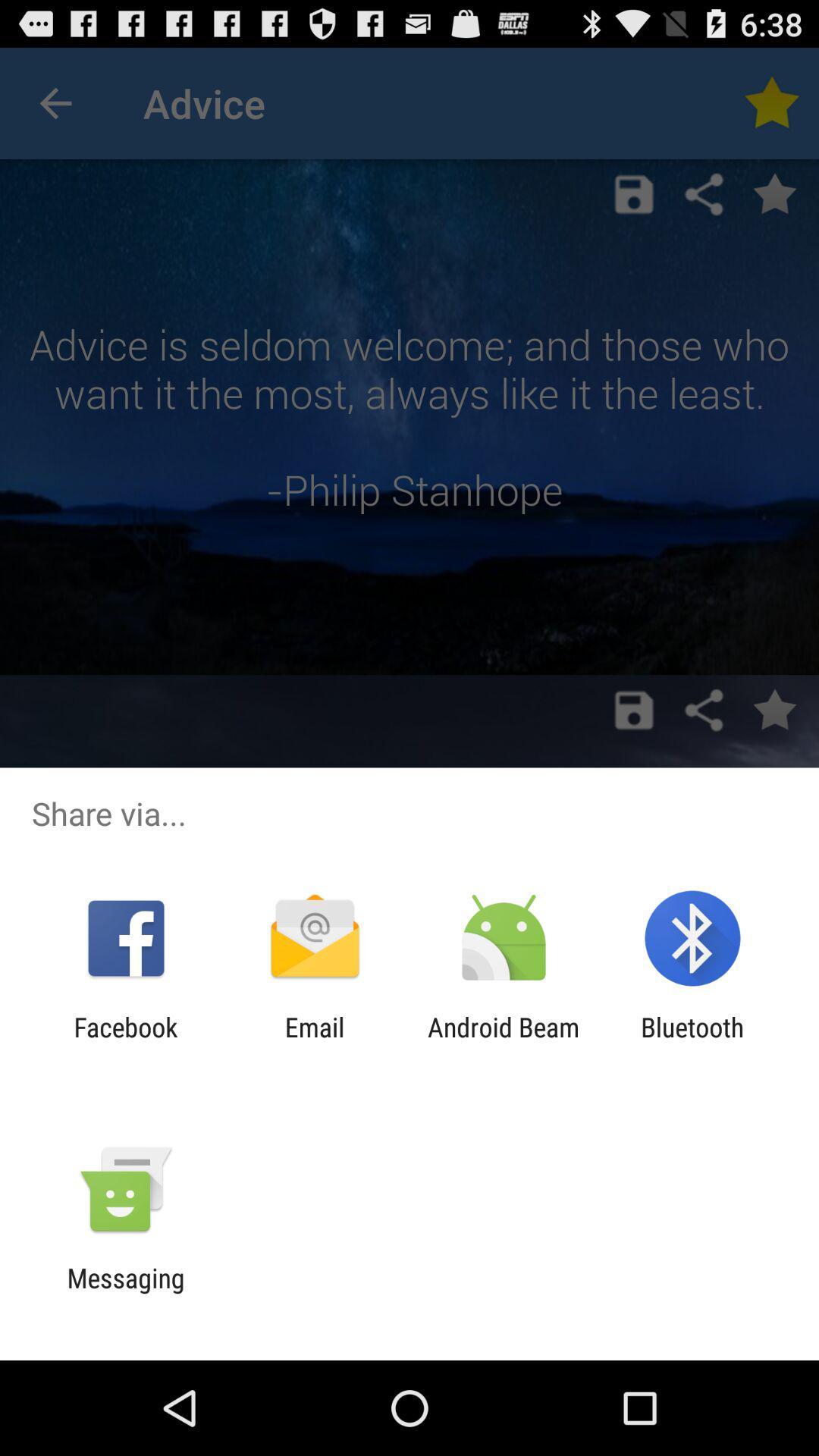 The image size is (819, 1456). Describe the element at coordinates (692, 1042) in the screenshot. I see `the bluetooth` at that location.